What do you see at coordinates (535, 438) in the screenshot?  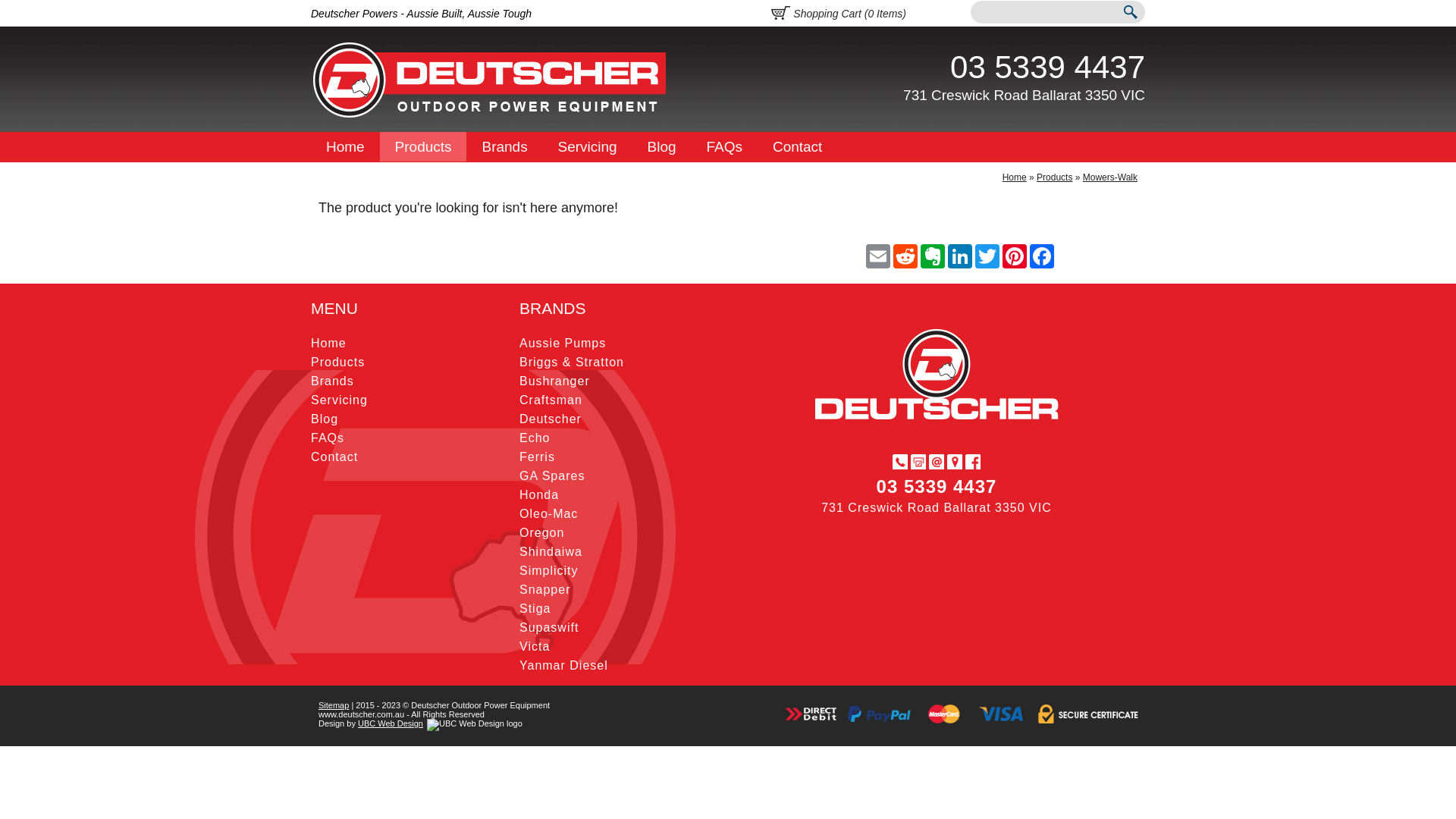 I see `'Echo'` at bounding box center [535, 438].